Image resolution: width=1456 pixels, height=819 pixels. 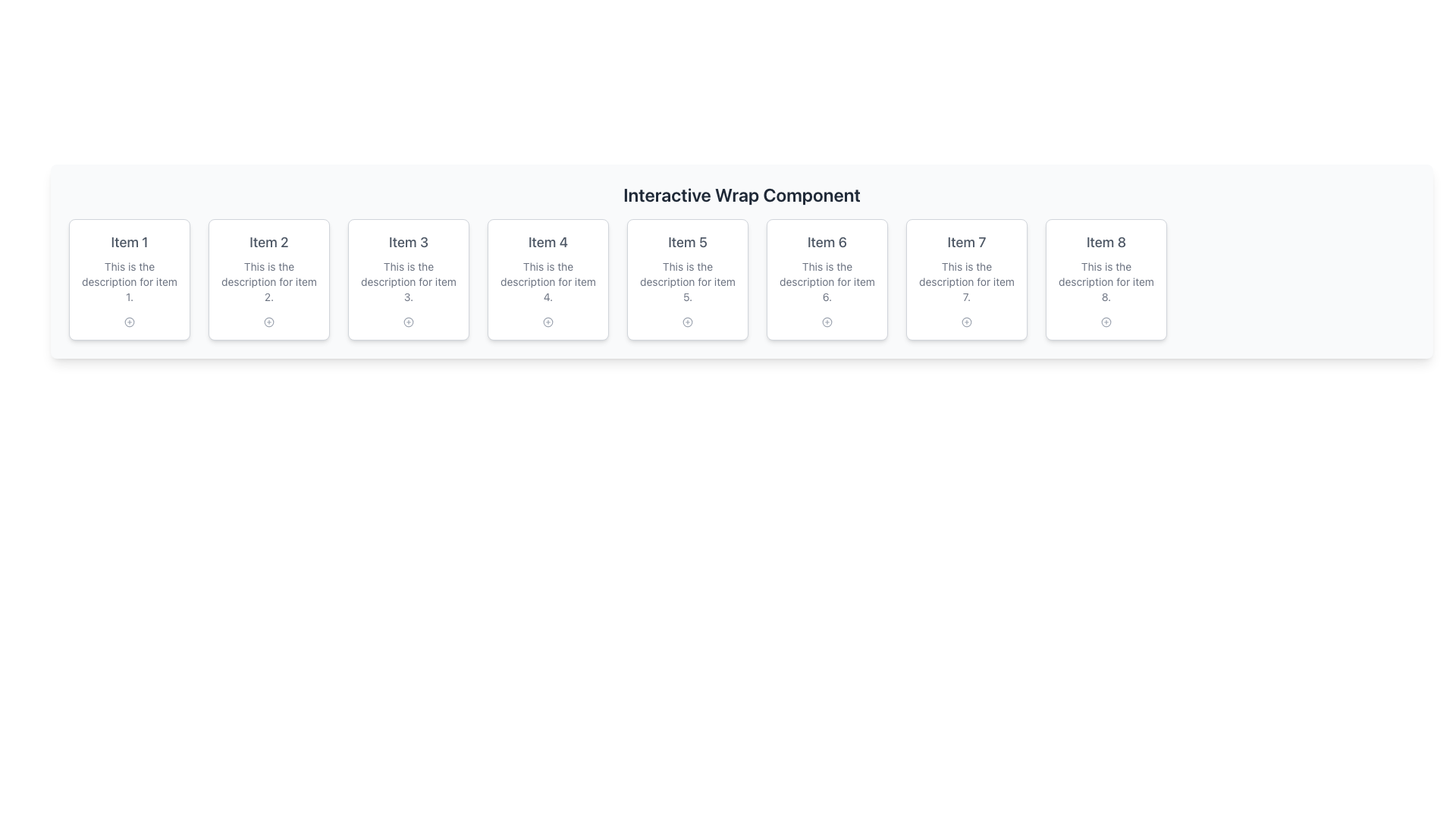 I want to click on the circular '+' icon button located at the bottom of the 'Item 6' card, so click(x=826, y=321).